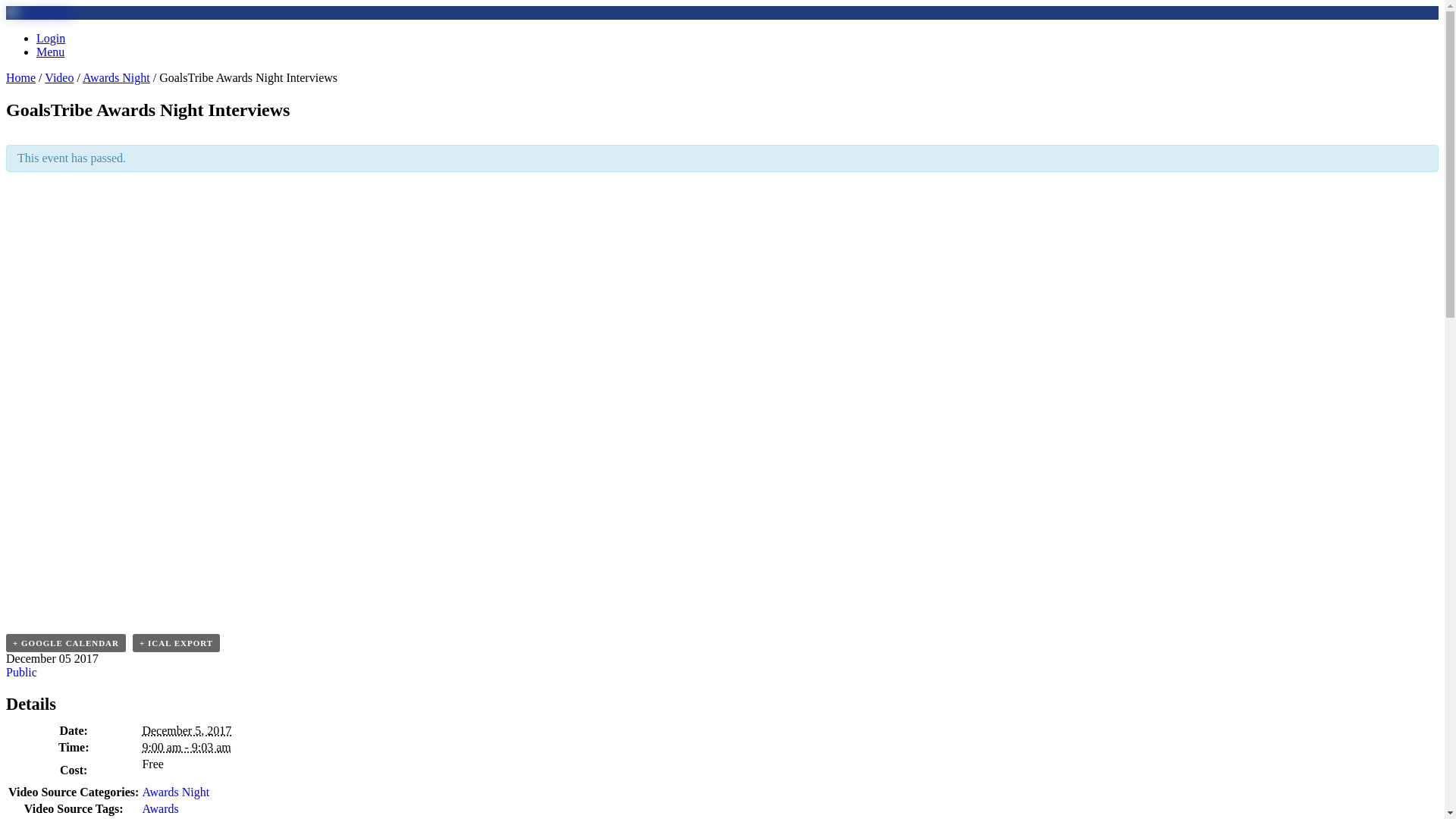 This screenshot has width=1456, height=819. What do you see at coordinates (6, 643) in the screenshot?
I see `'+ GOOGLE CALENDAR'` at bounding box center [6, 643].